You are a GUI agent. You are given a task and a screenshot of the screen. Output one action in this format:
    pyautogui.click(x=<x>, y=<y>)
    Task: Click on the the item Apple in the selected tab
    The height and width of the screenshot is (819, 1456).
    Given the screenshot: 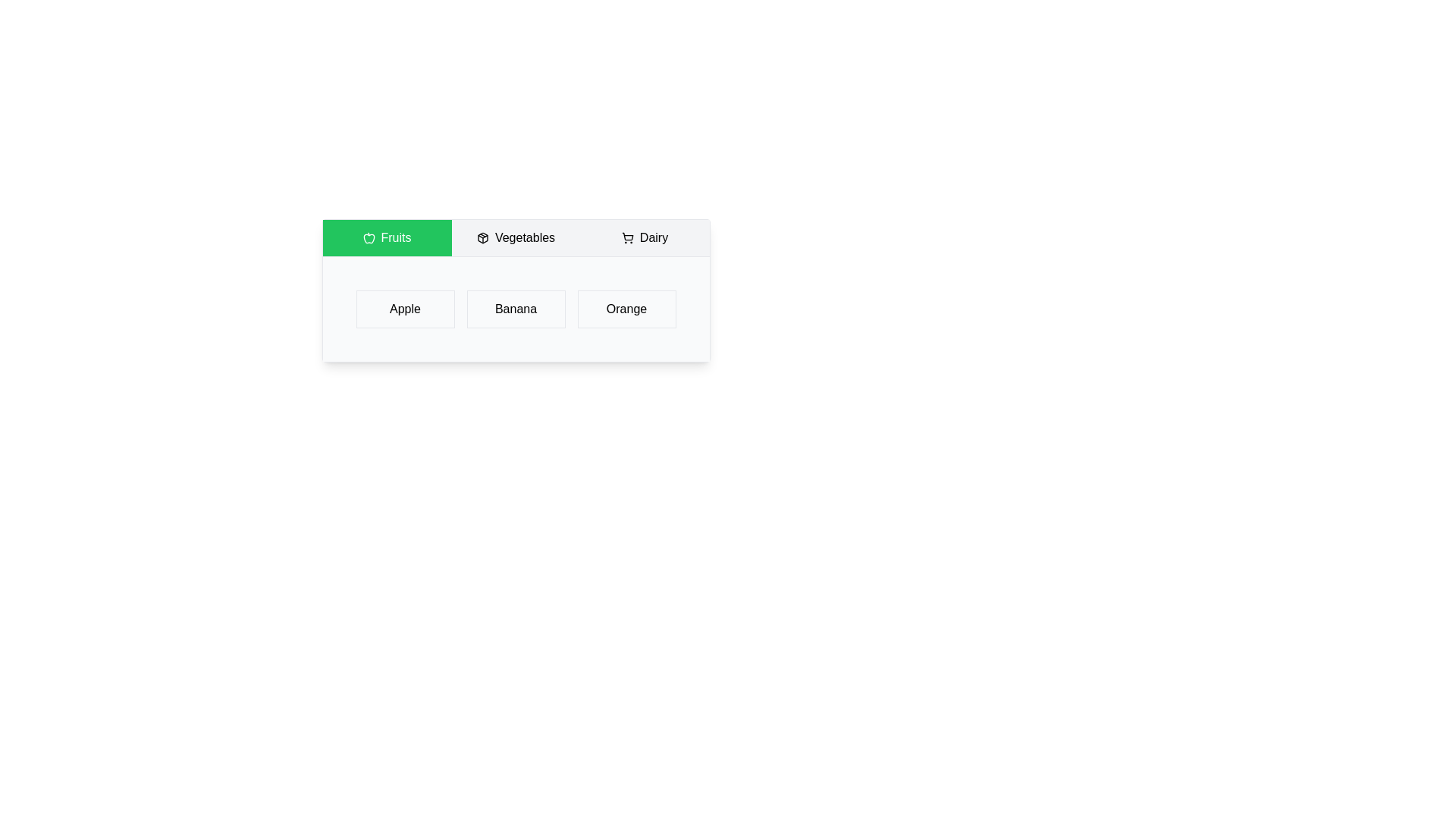 What is the action you would take?
    pyautogui.click(x=405, y=309)
    